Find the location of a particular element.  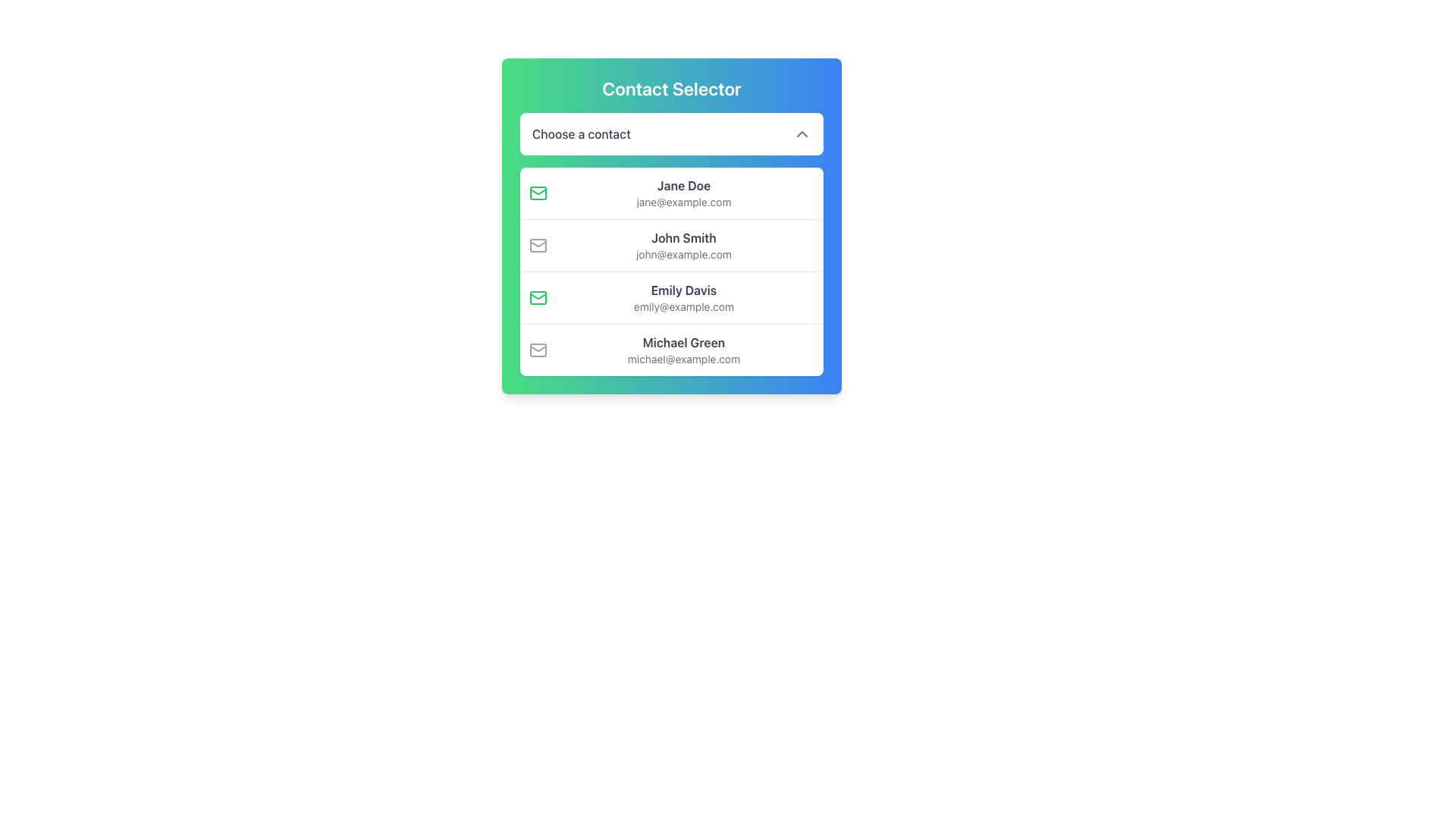

the Label displaying the contact name 'Jane Doe', which is the first entry in the listed contacts under the title dropdown 'Choose a contact' is located at coordinates (683, 185).